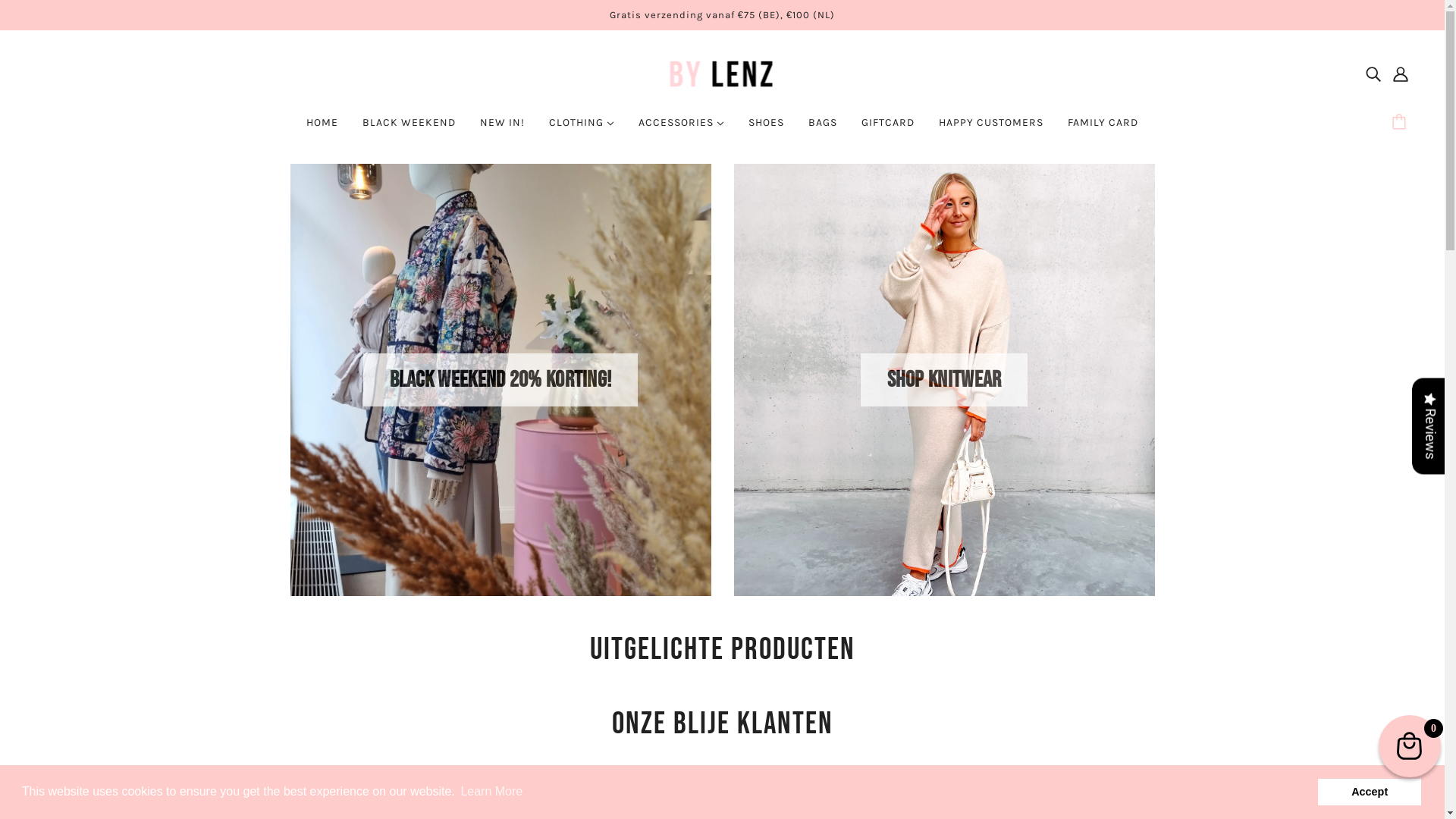  Describe the element at coordinates (1316, 791) in the screenshot. I see `'Accept'` at that location.